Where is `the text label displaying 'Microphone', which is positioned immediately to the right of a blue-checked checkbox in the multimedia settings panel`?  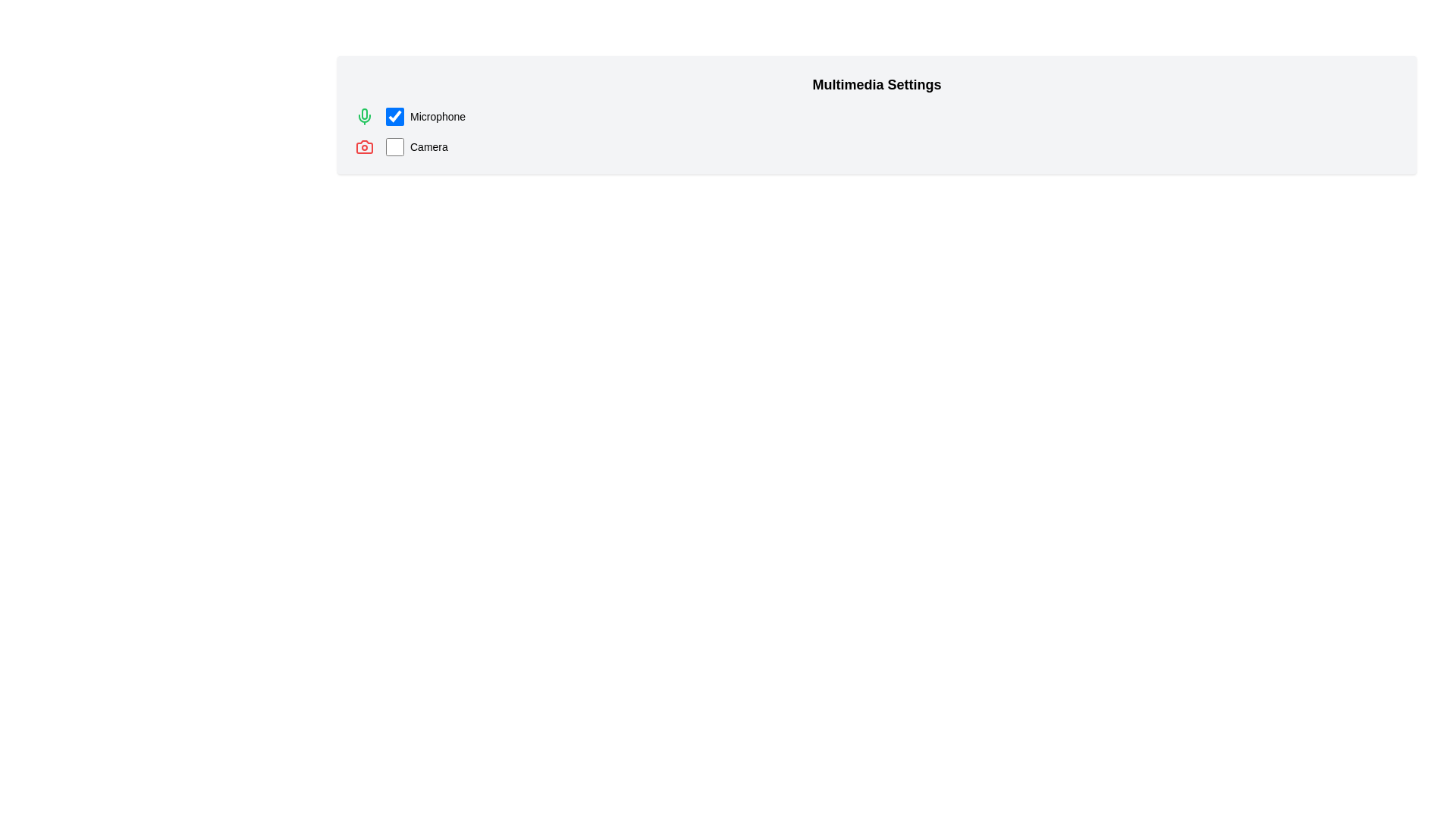 the text label displaying 'Microphone', which is positioned immediately to the right of a blue-checked checkbox in the multimedia settings panel is located at coordinates (437, 116).